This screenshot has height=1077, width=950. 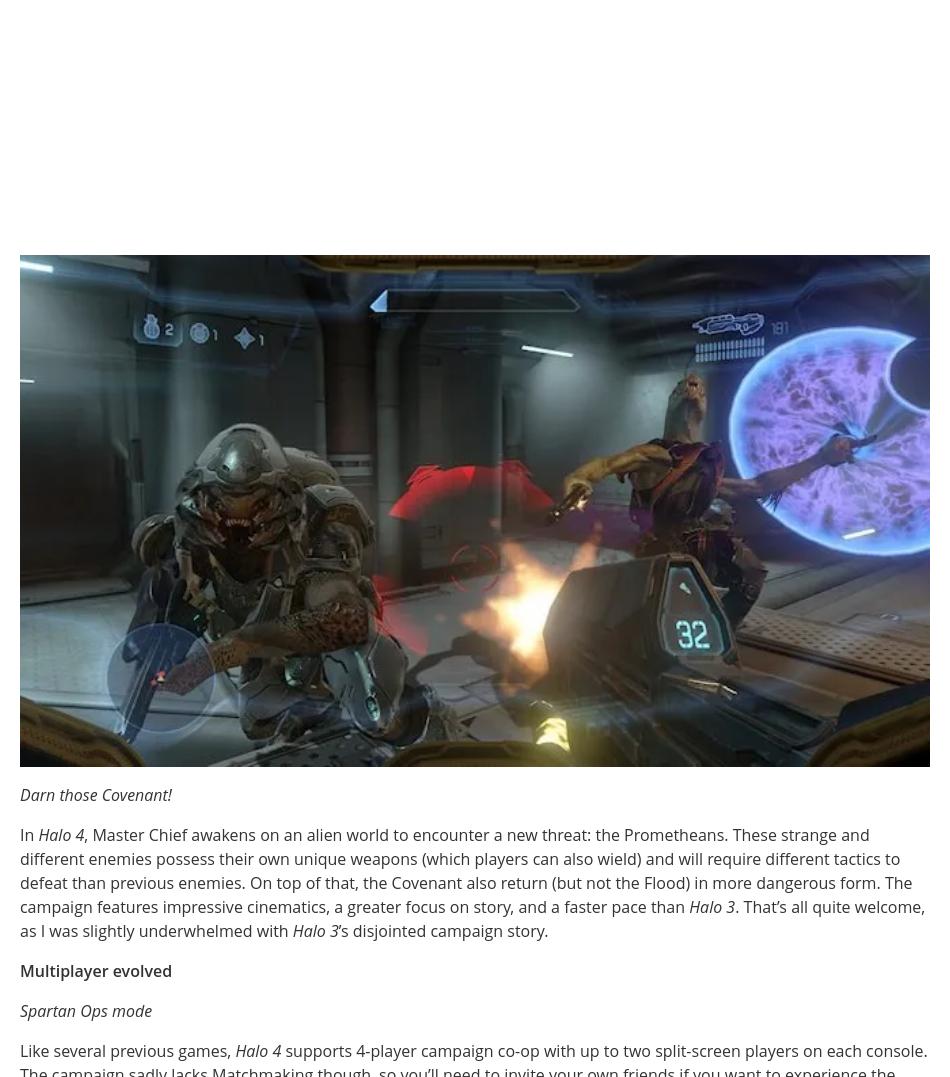 I want to click on 'Spartan Ops mode', so click(x=85, y=1009).